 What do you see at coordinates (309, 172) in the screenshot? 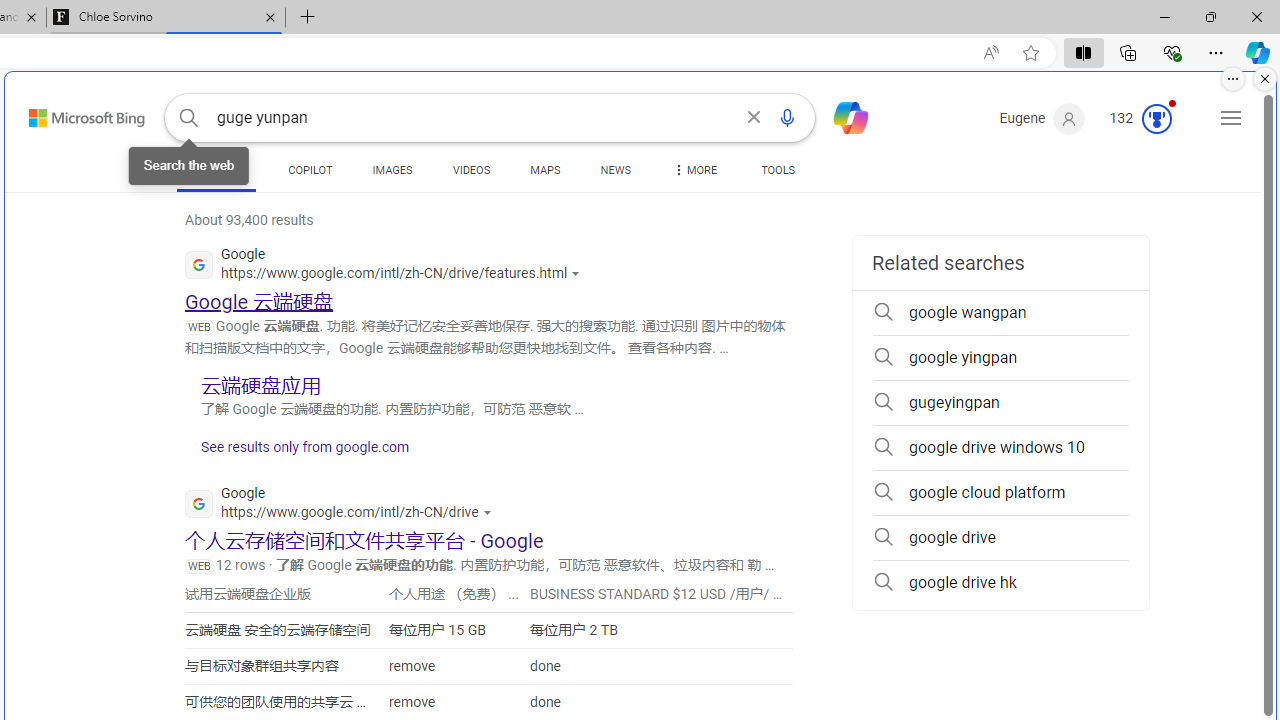
I see `'COPILOT'` at bounding box center [309, 172].